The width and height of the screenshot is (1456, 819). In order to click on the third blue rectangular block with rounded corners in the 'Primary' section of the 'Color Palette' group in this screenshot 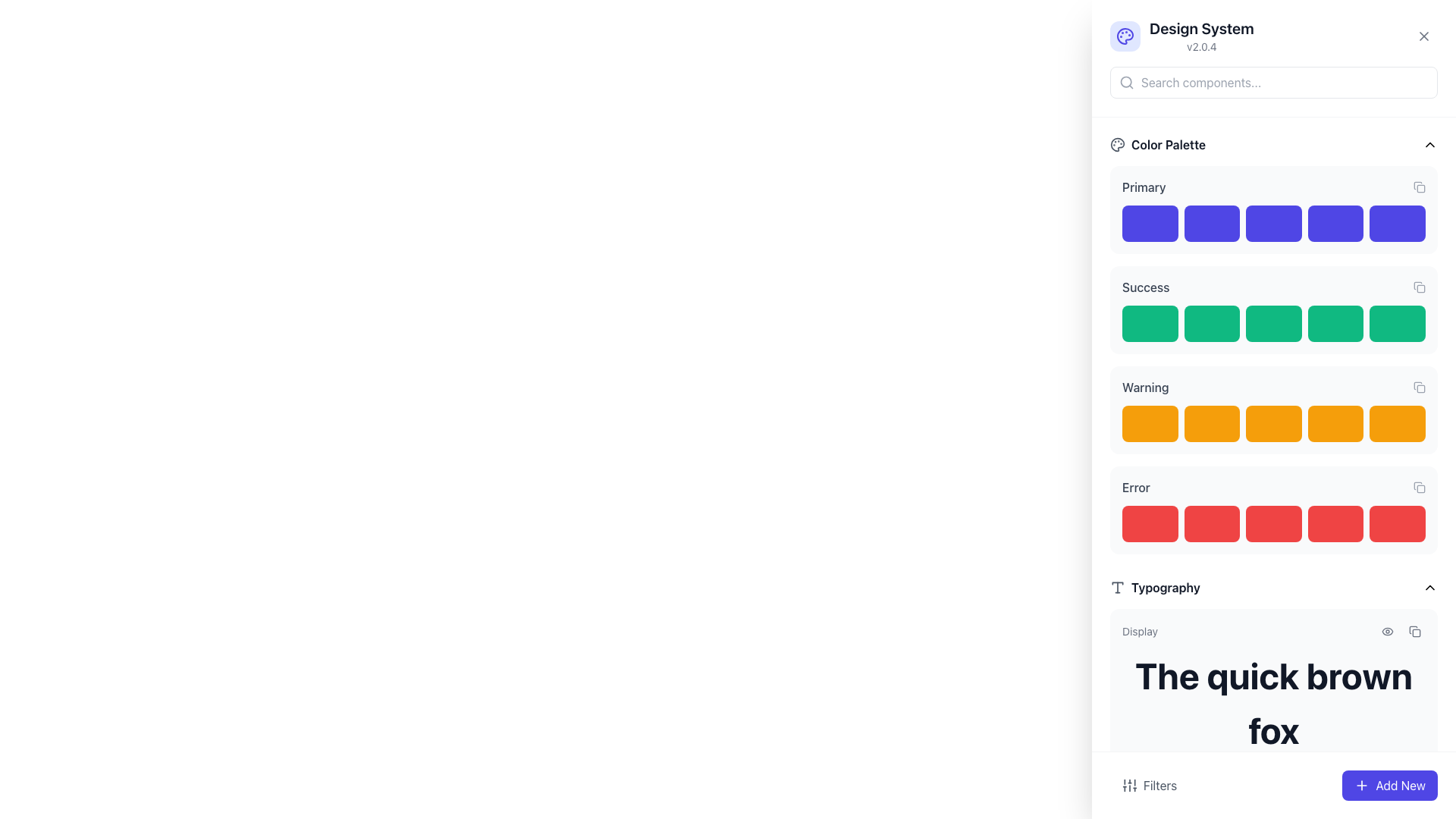, I will do `click(1274, 223)`.